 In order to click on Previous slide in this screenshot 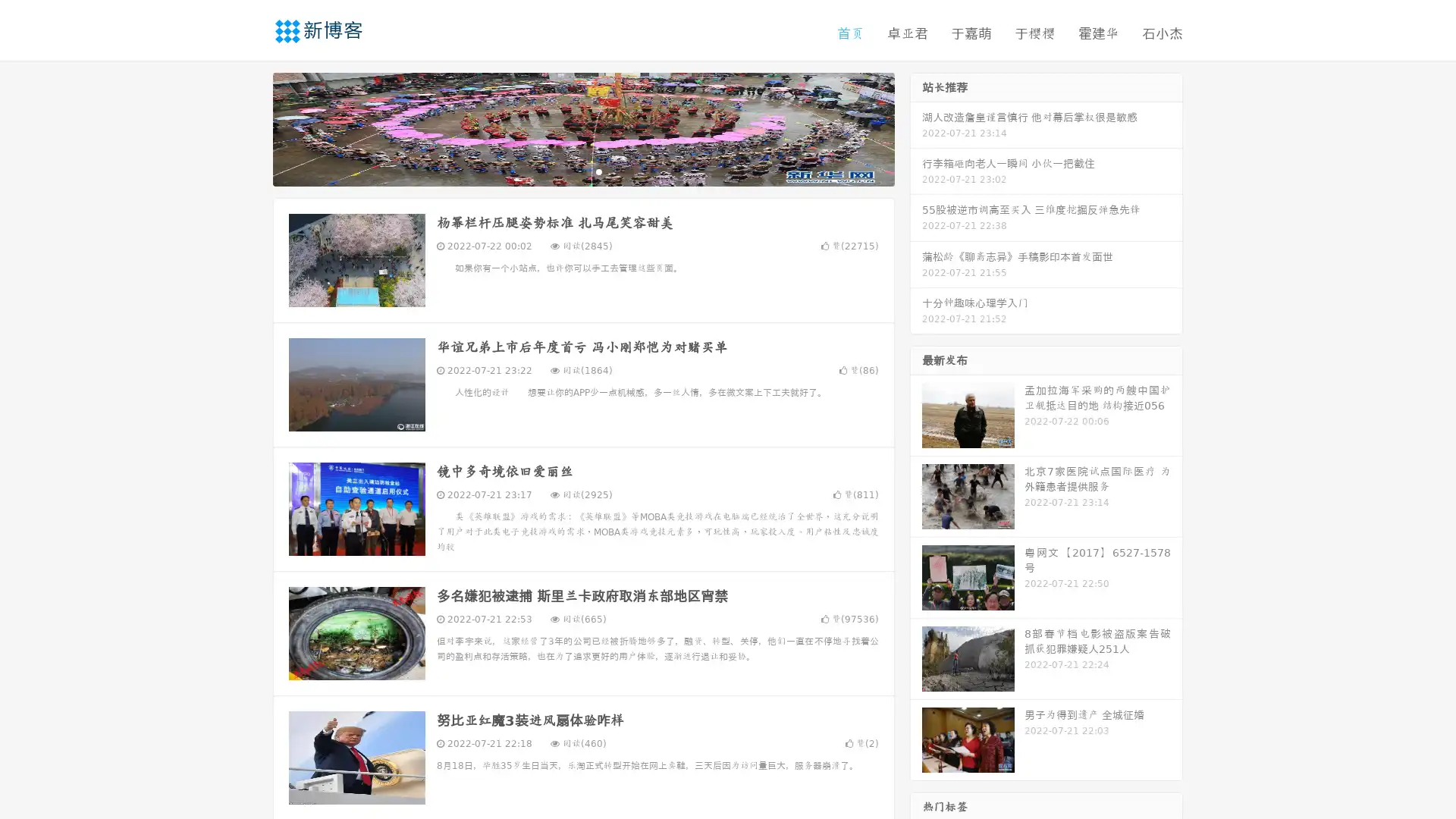, I will do `click(250, 127)`.